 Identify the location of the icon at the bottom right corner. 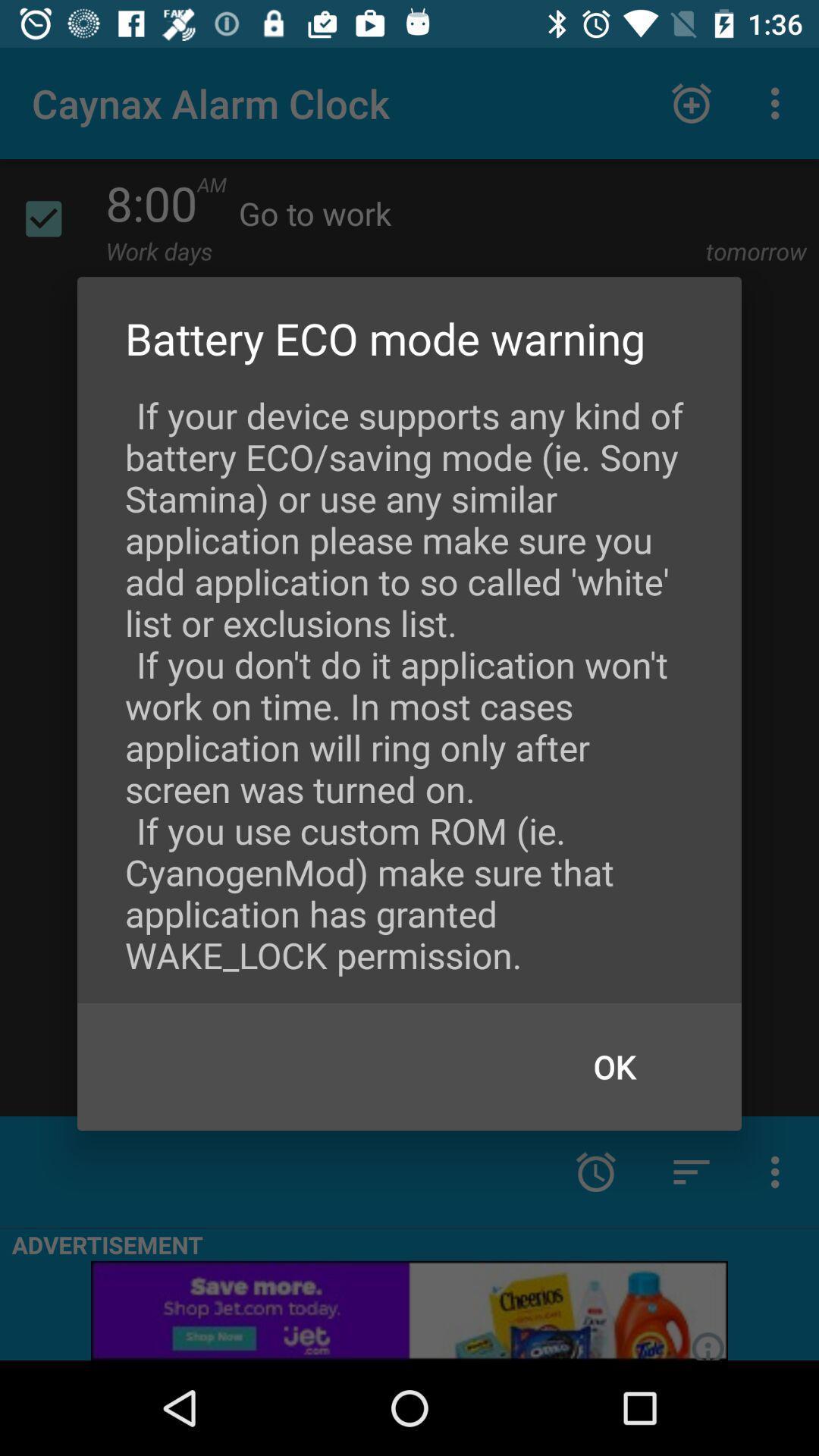
(614, 1065).